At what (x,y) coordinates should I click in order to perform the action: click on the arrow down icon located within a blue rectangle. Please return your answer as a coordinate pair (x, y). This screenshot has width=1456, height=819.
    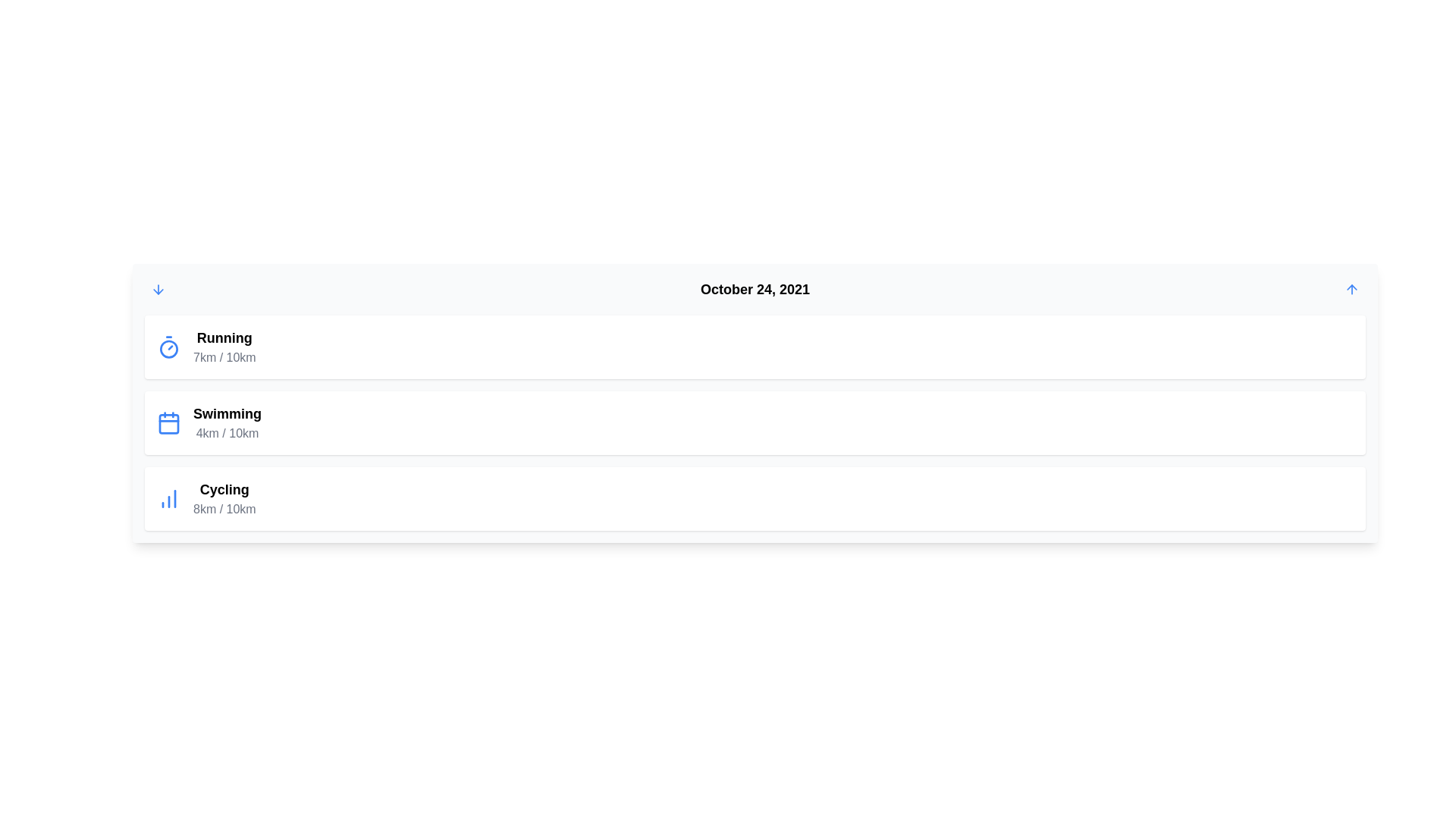
    Looking at the image, I should click on (158, 289).